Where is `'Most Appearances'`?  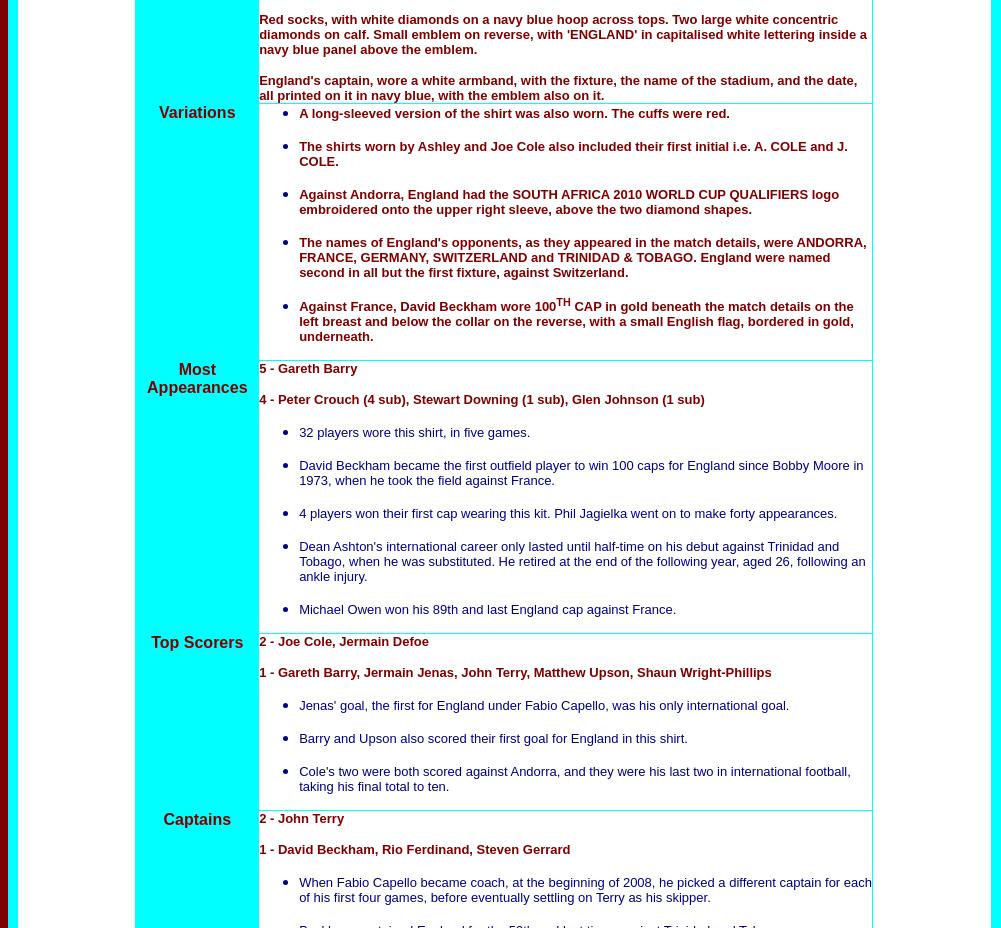 'Most Appearances' is located at coordinates (196, 378).